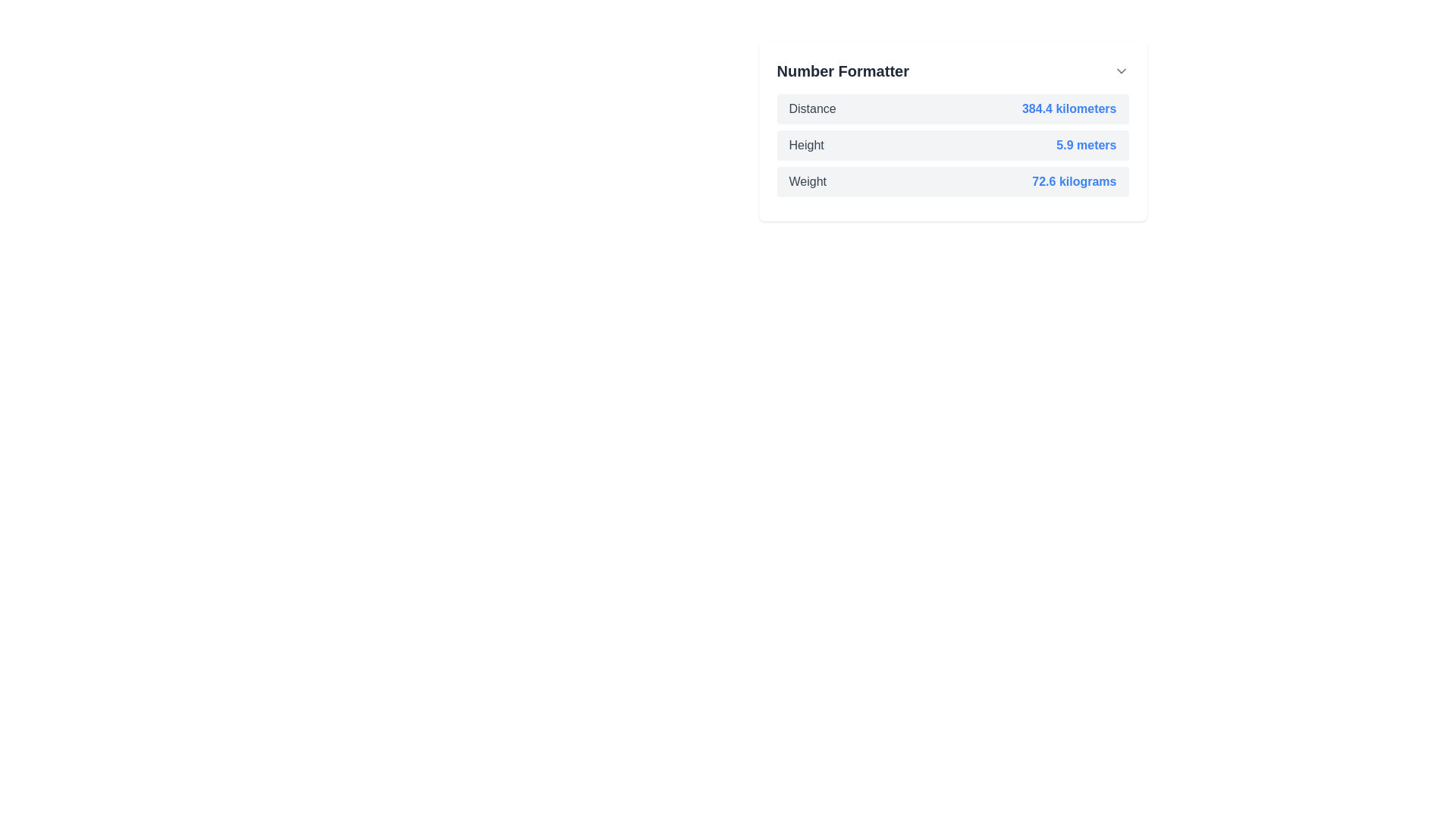 The image size is (1456, 819). Describe the element at coordinates (1085, 146) in the screenshot. I see `height measurement value displayed in the Text Display element located in the second row of the list, following the 'Height' label` at that location.